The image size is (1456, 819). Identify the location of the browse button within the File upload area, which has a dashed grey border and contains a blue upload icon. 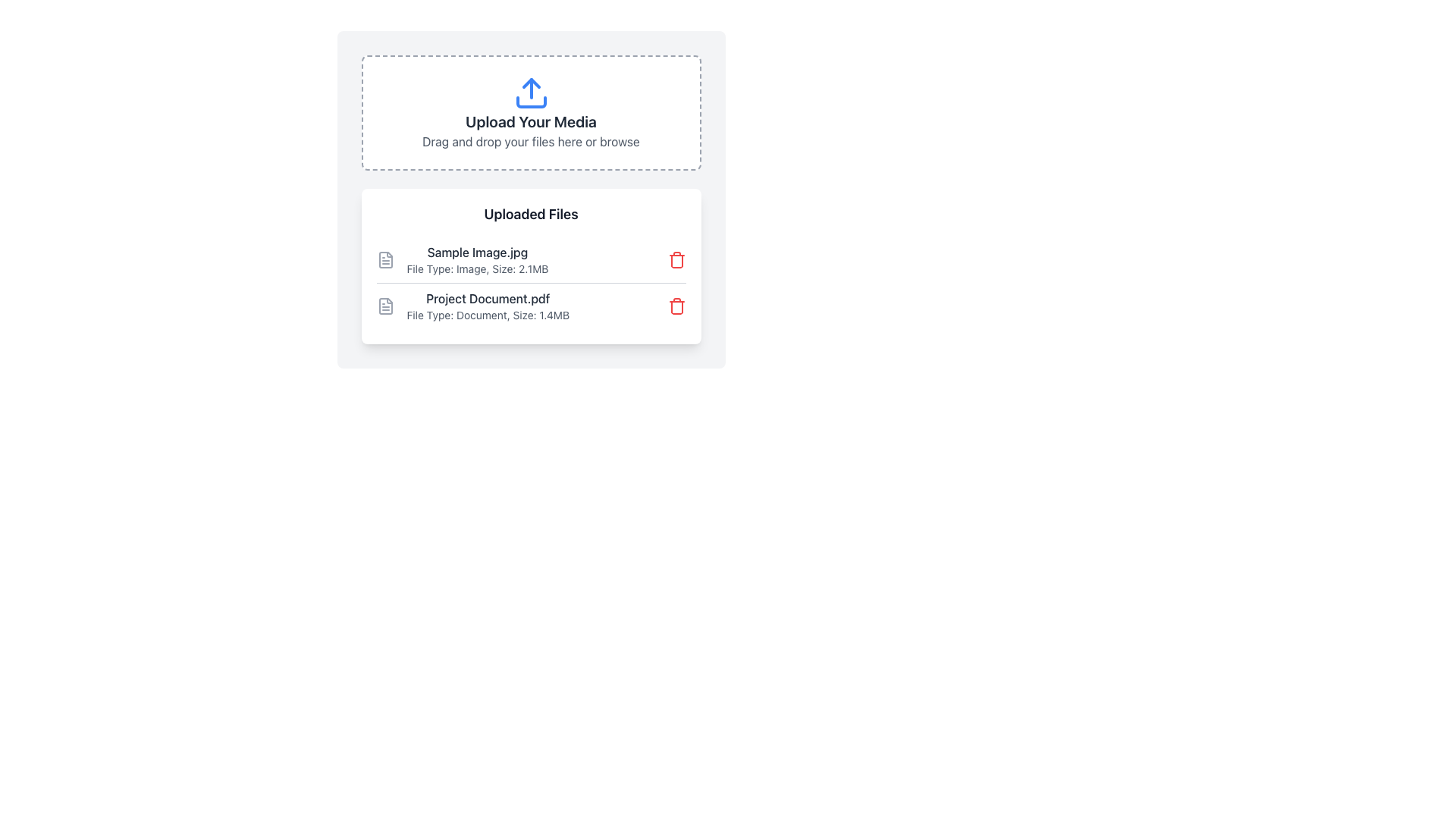
(531, 112).